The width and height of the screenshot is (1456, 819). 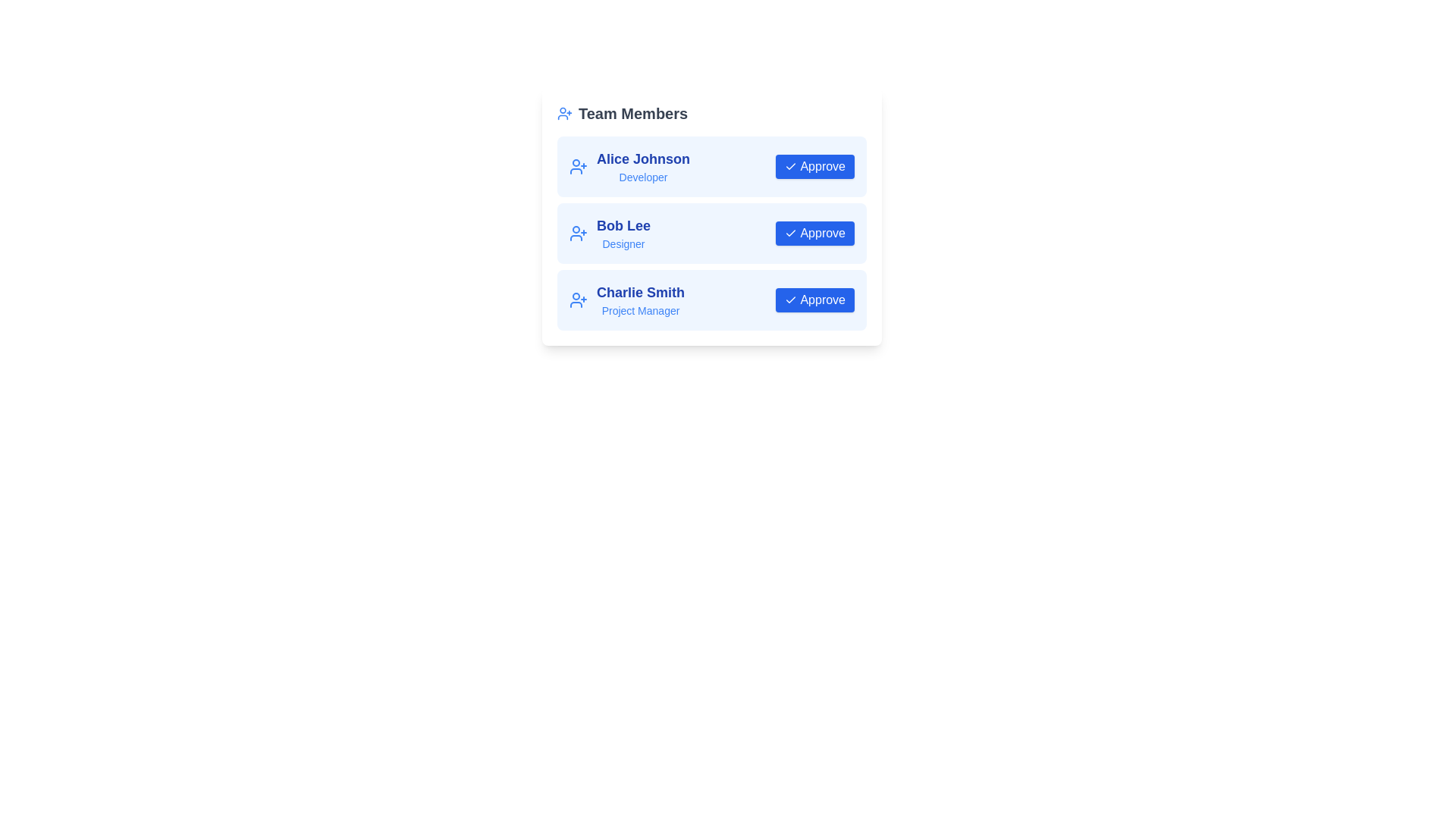 What do you see at coordinates (790, 300) in the screenshot?
I see `the check-shaped icon within the 'Approve' button associated with 'Charlie Smith'` at bounding box center [790, 300].